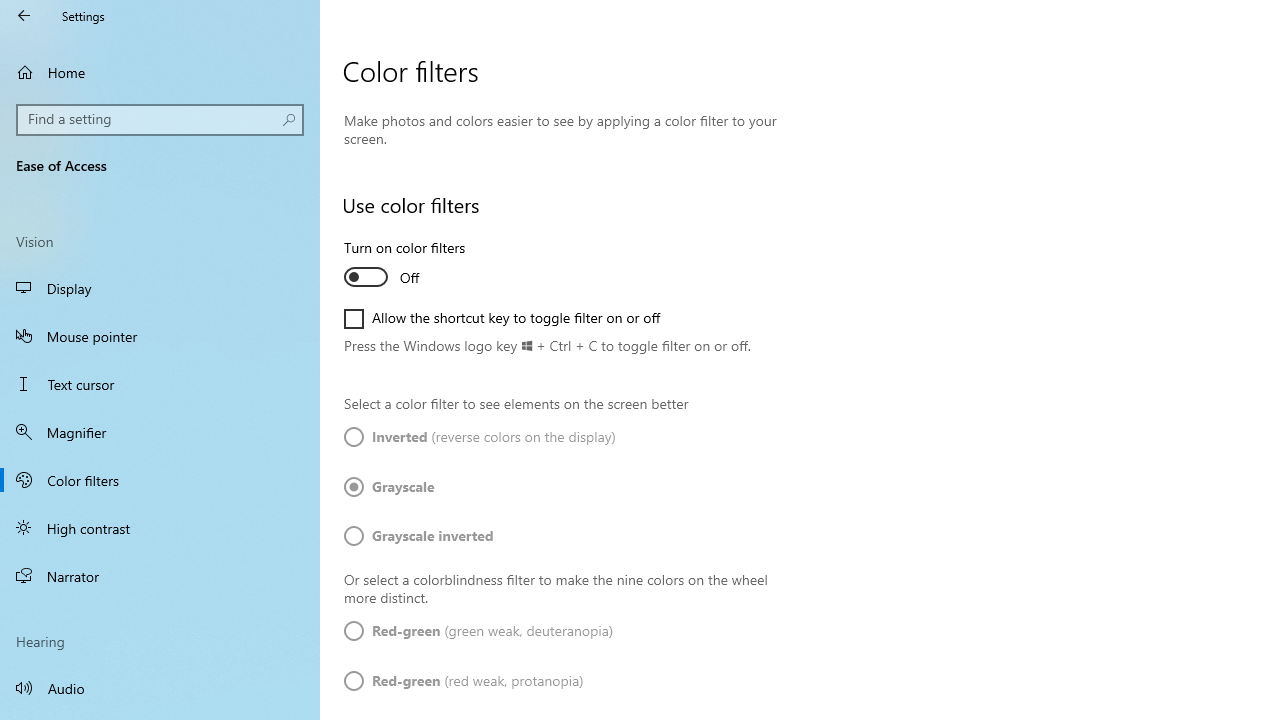  What do you see at coordinates (24, 15) in the screenshot?
I see `'Back'` at bounding box center [24, 15].